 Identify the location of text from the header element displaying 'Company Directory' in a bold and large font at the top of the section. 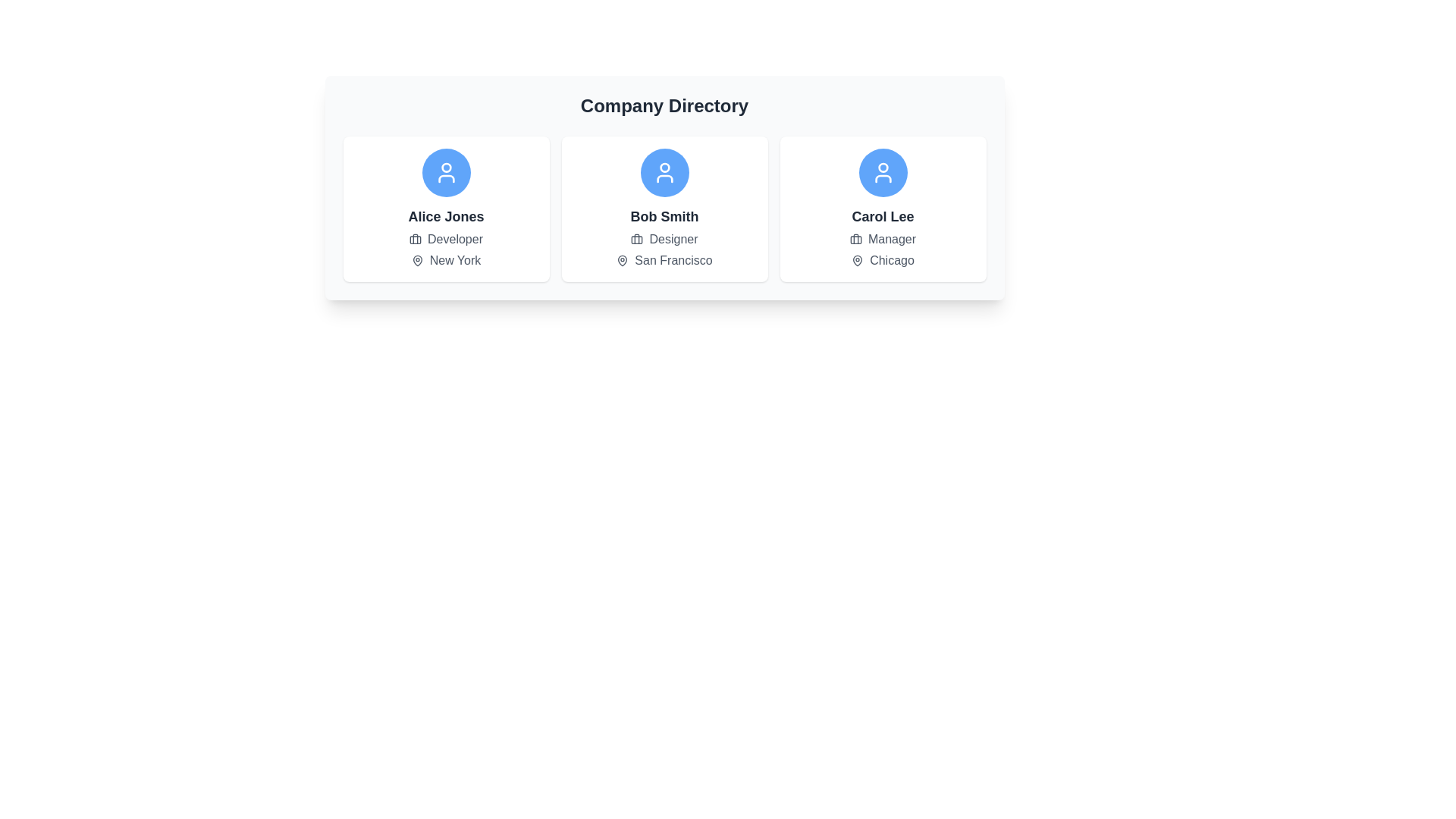
(664, 105).